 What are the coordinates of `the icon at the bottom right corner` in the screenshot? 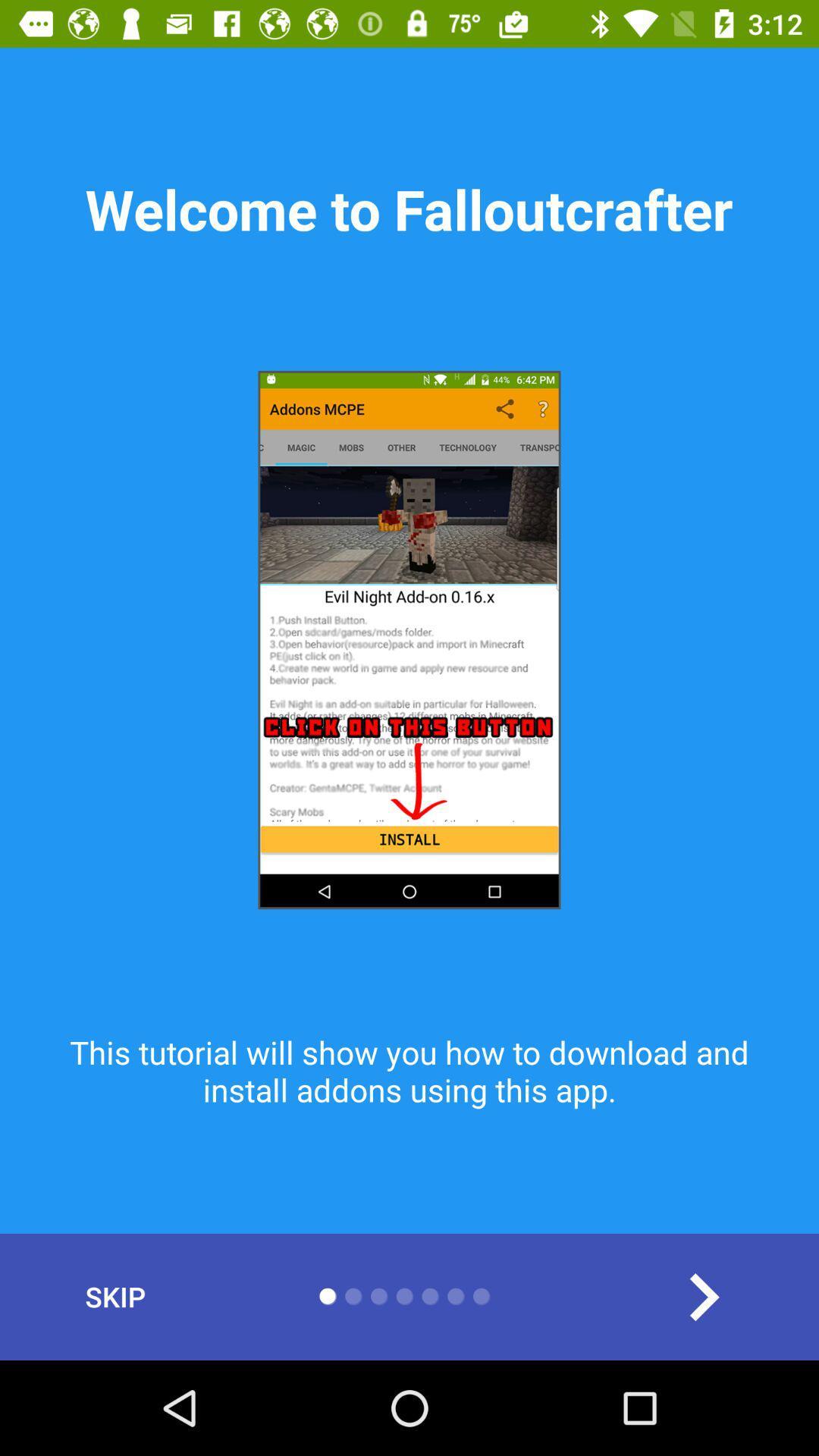 It's located at (703, 1296).